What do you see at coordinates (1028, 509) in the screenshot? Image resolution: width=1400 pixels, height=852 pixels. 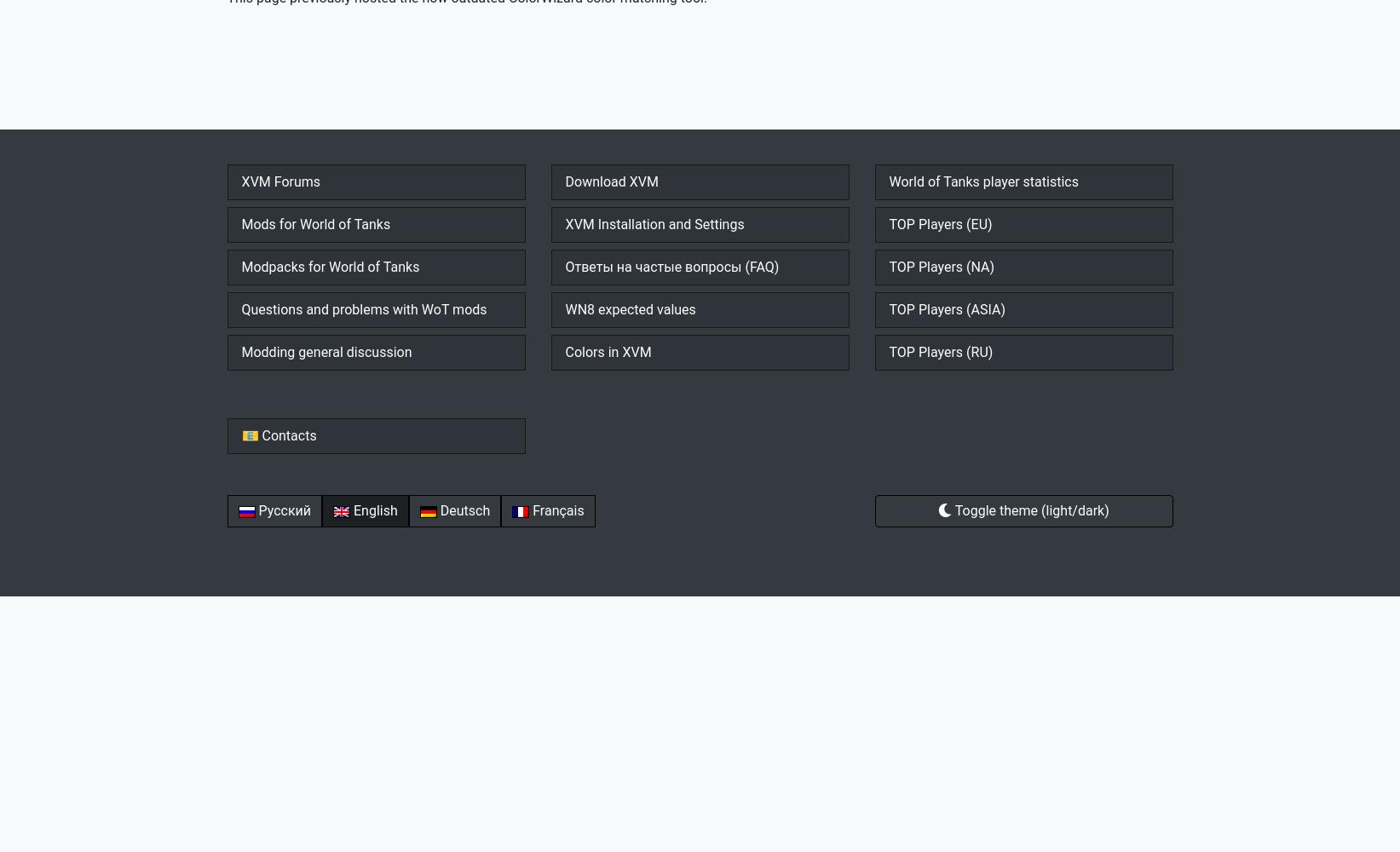 I see `'Toggle theme (light/dark)'` at bounding box center [1028, 509].